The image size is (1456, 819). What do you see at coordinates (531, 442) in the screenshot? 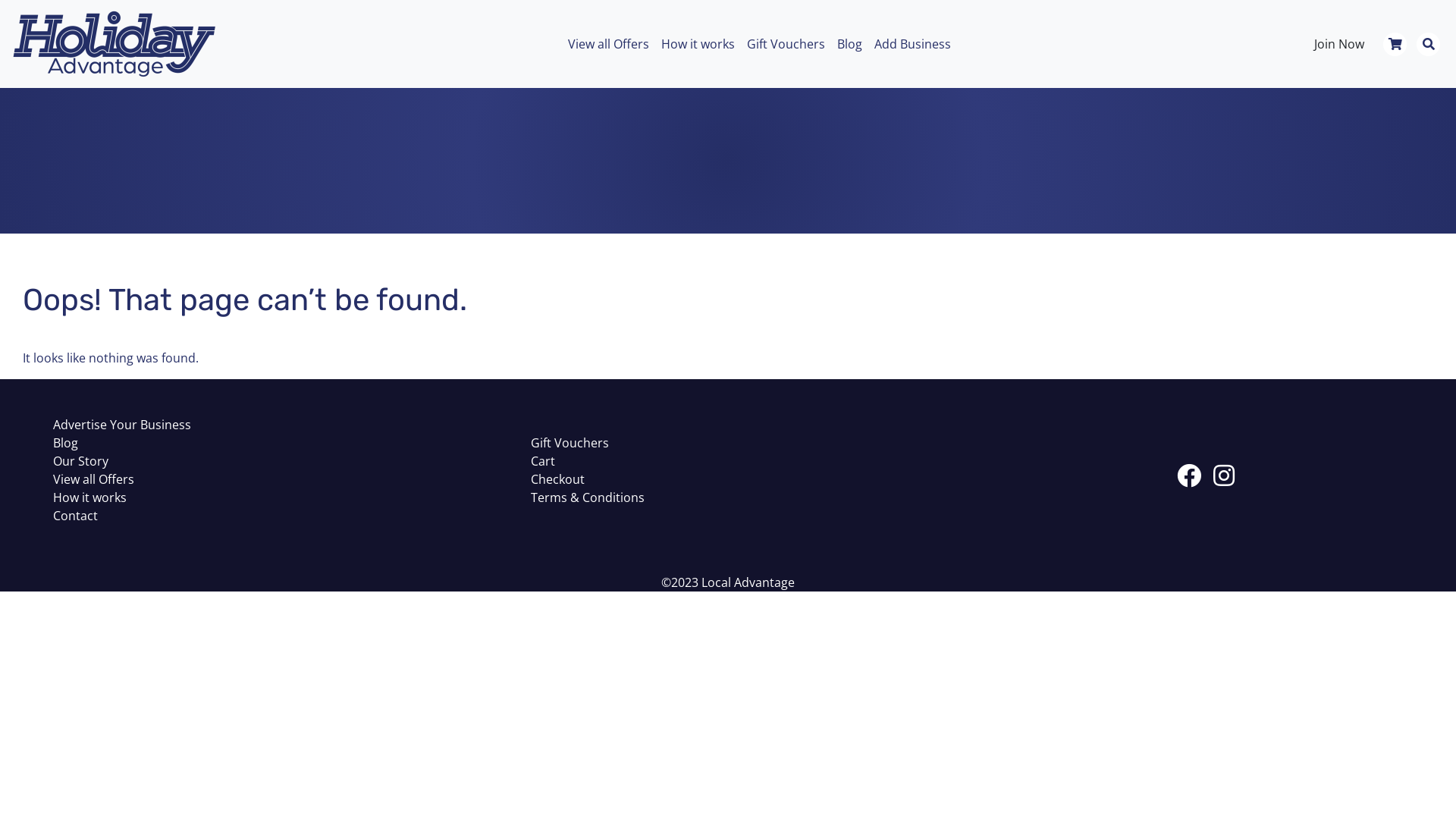
I see `'Gift Vouchers'` at bounding box center [531, 442].